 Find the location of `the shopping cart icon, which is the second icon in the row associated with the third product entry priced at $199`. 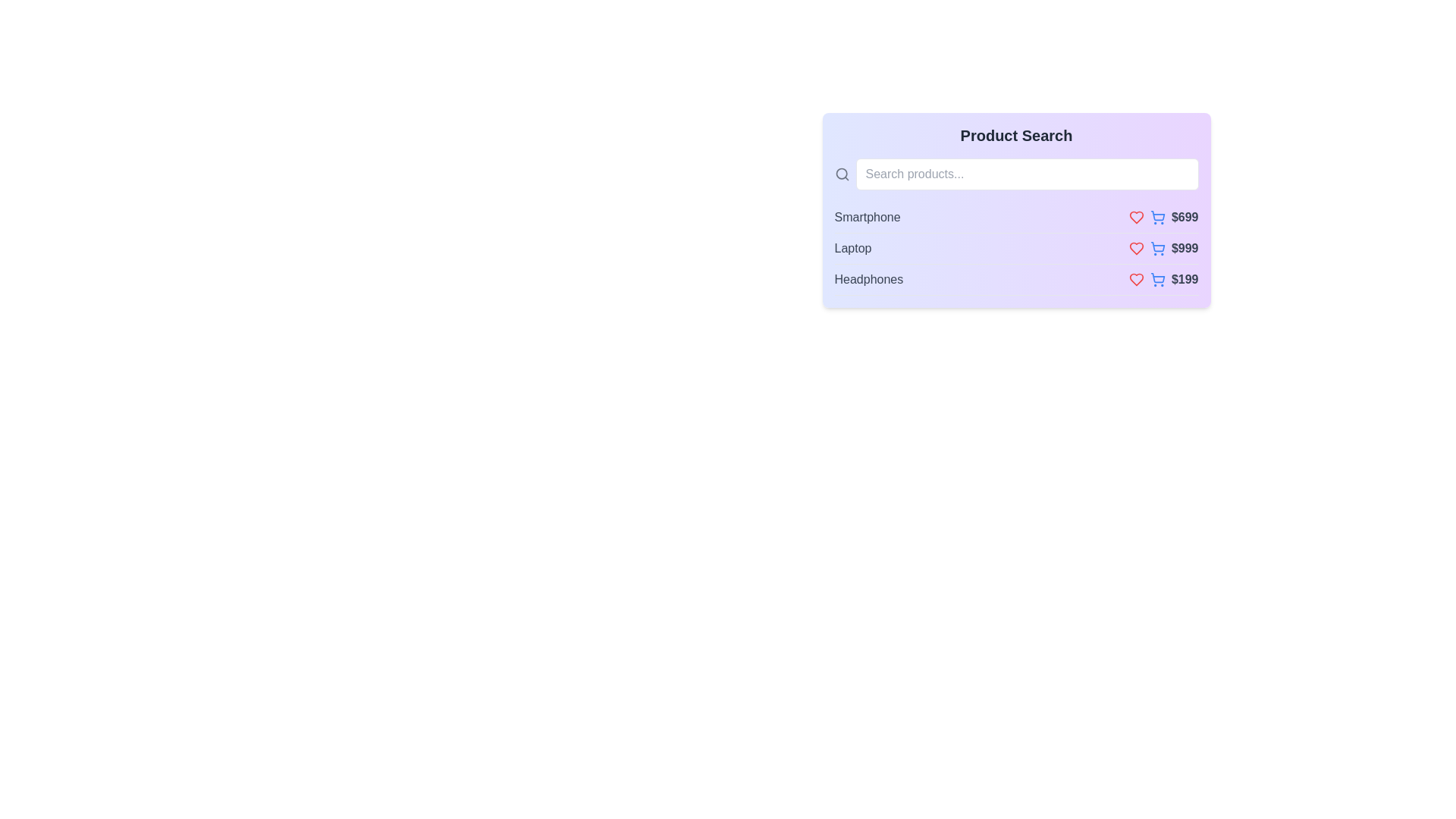

the shopping cart icon, which is the second icon in the row associated with the third product entry priced at $199 is located at coordinates (1156, 280).